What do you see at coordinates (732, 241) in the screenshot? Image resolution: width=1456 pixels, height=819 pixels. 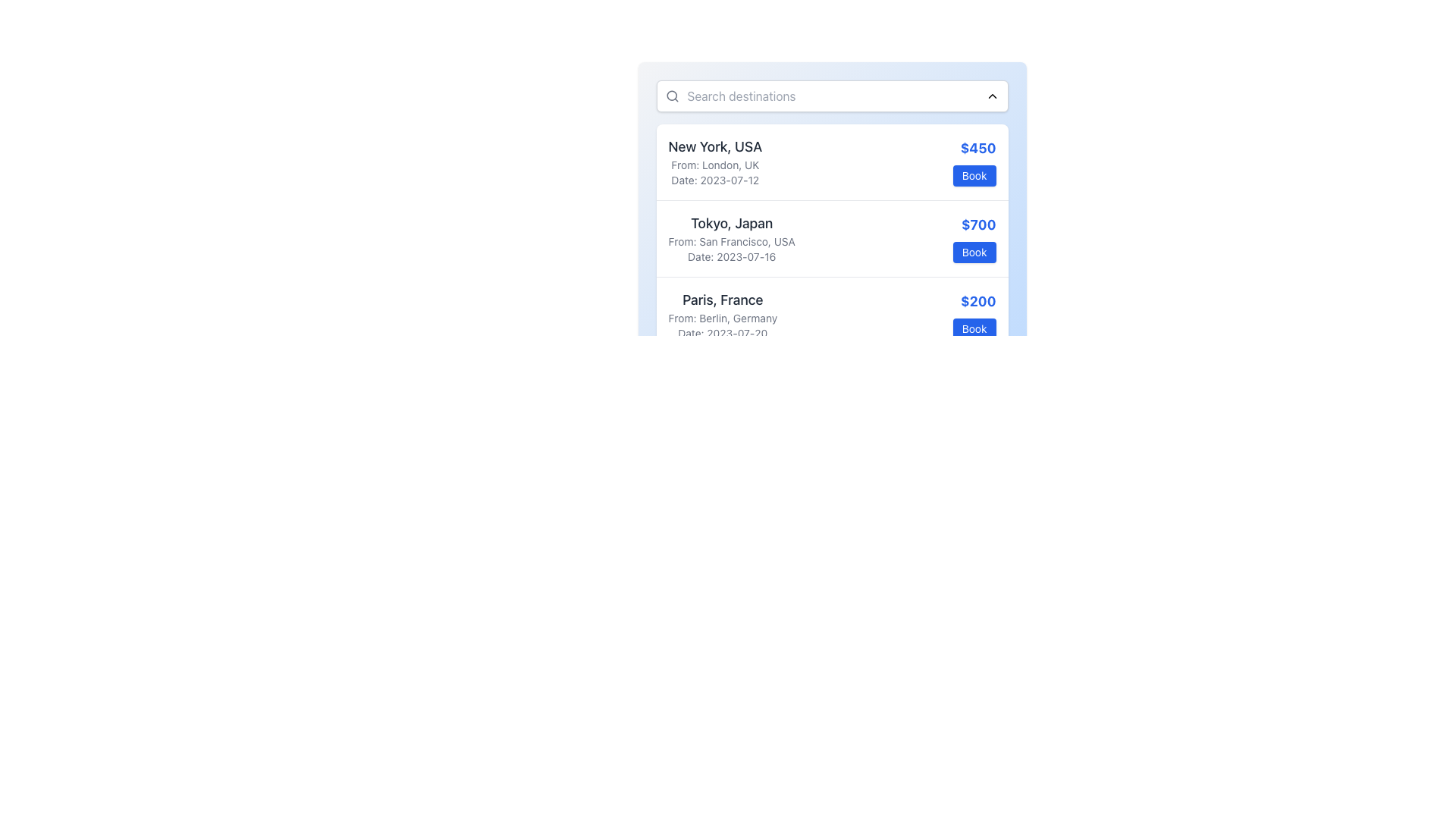 I see `the Text Label displaying 'From: San Francisco, USA', which is styled in gray and positioned below 'Tokyo, Japan'` at bounding box center [732, 241].